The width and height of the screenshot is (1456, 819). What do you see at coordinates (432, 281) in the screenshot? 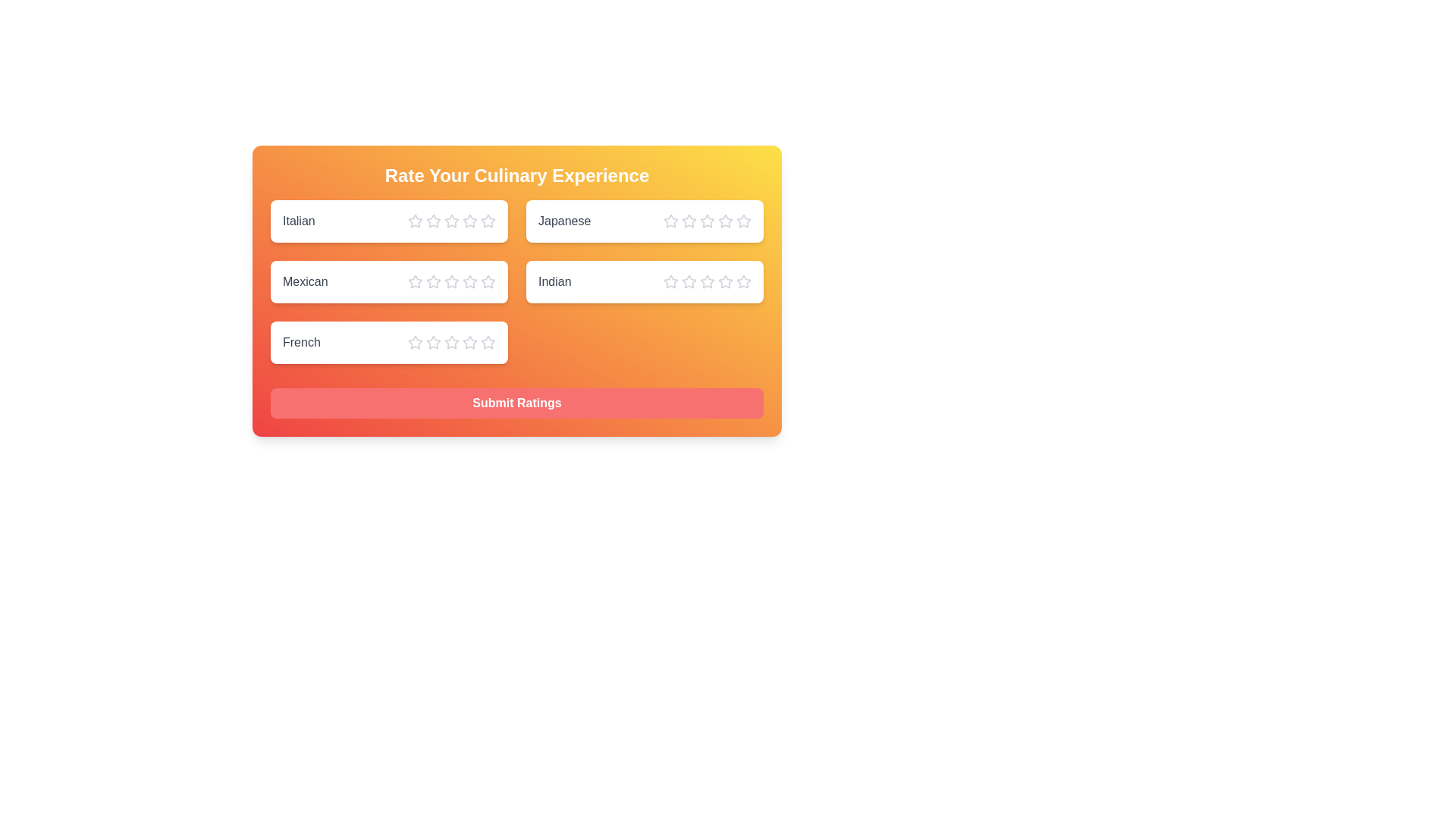
I see `the star corresponding to the rating 2 for the cuisine Mexican` at bounding box center [432, 281].